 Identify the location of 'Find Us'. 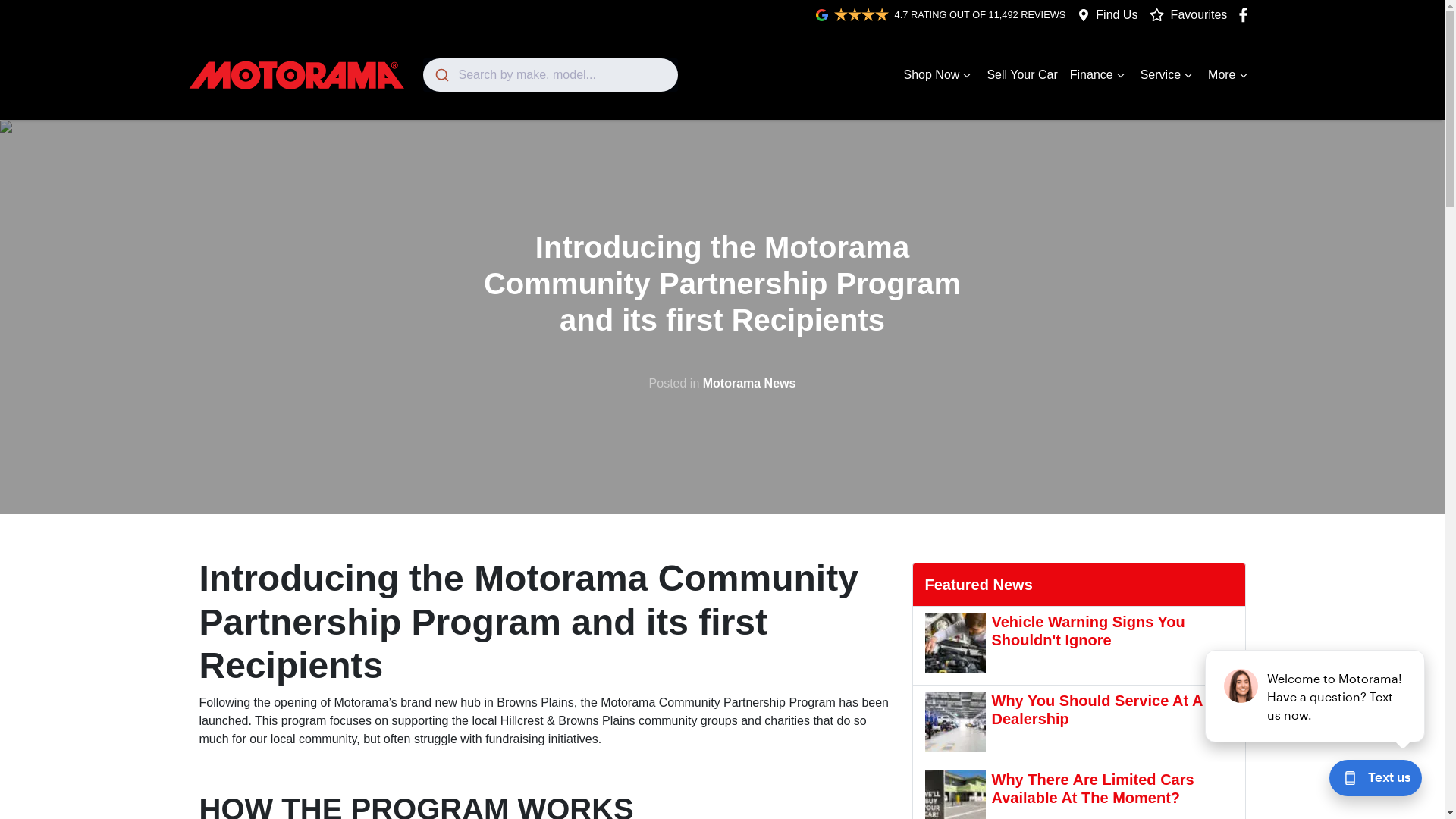
(1116, 14).